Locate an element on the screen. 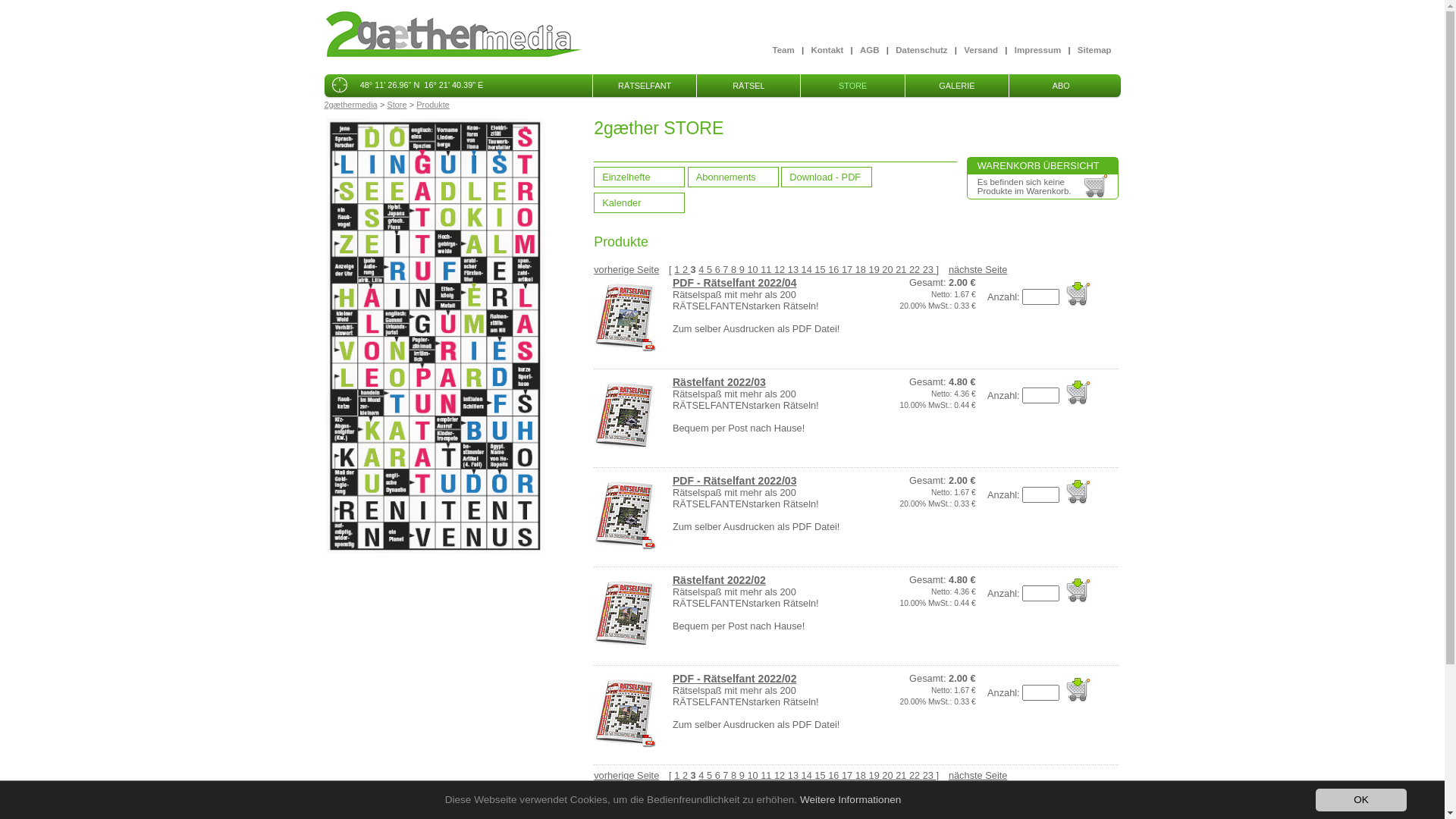 This screenshot has width=1456, height=819. 'Team' is located at coordinates (772, 49).